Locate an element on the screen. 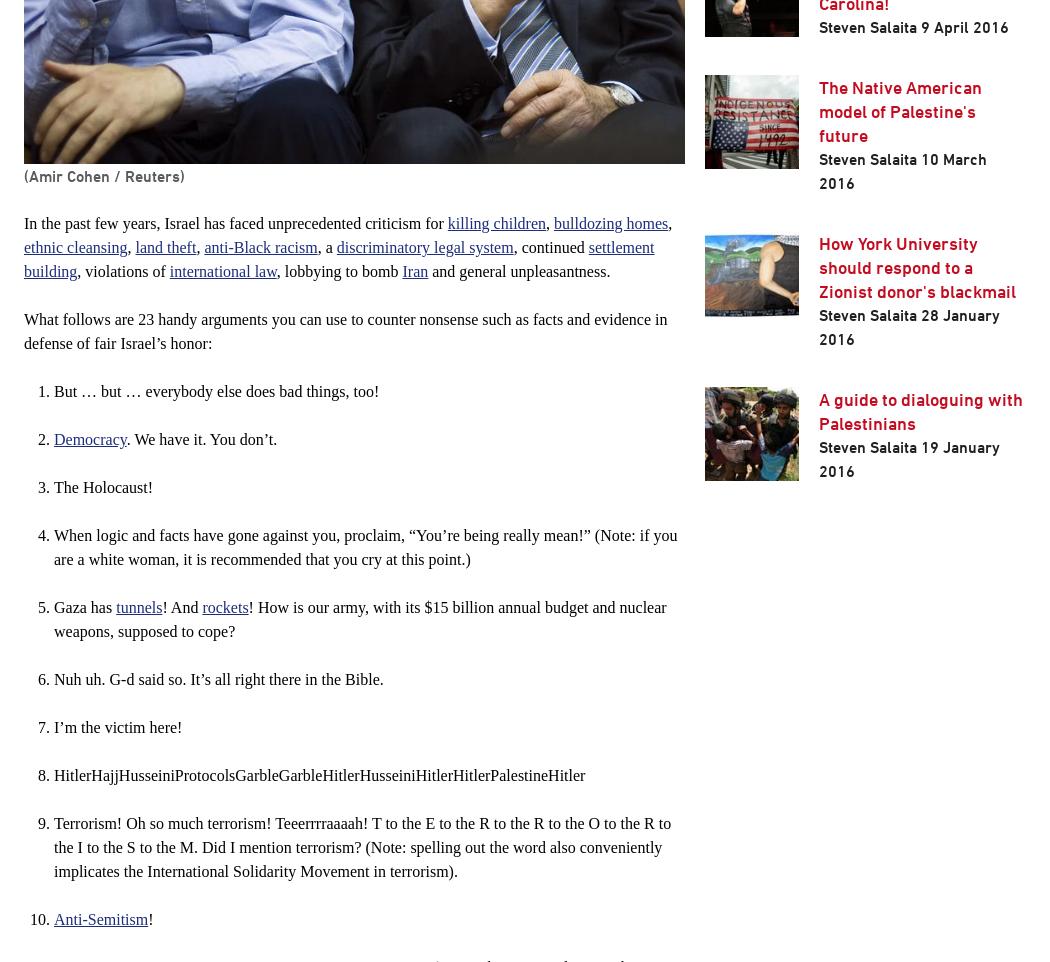 Image resolution: width=1050 pixels, height=962 pixels. 'When logic and facts have gone against you, proclaim, “You’re being really mean!” (Note: if you are a white woman, it is recommended that you cry at this point.)' is located at coordinates (364, 547).